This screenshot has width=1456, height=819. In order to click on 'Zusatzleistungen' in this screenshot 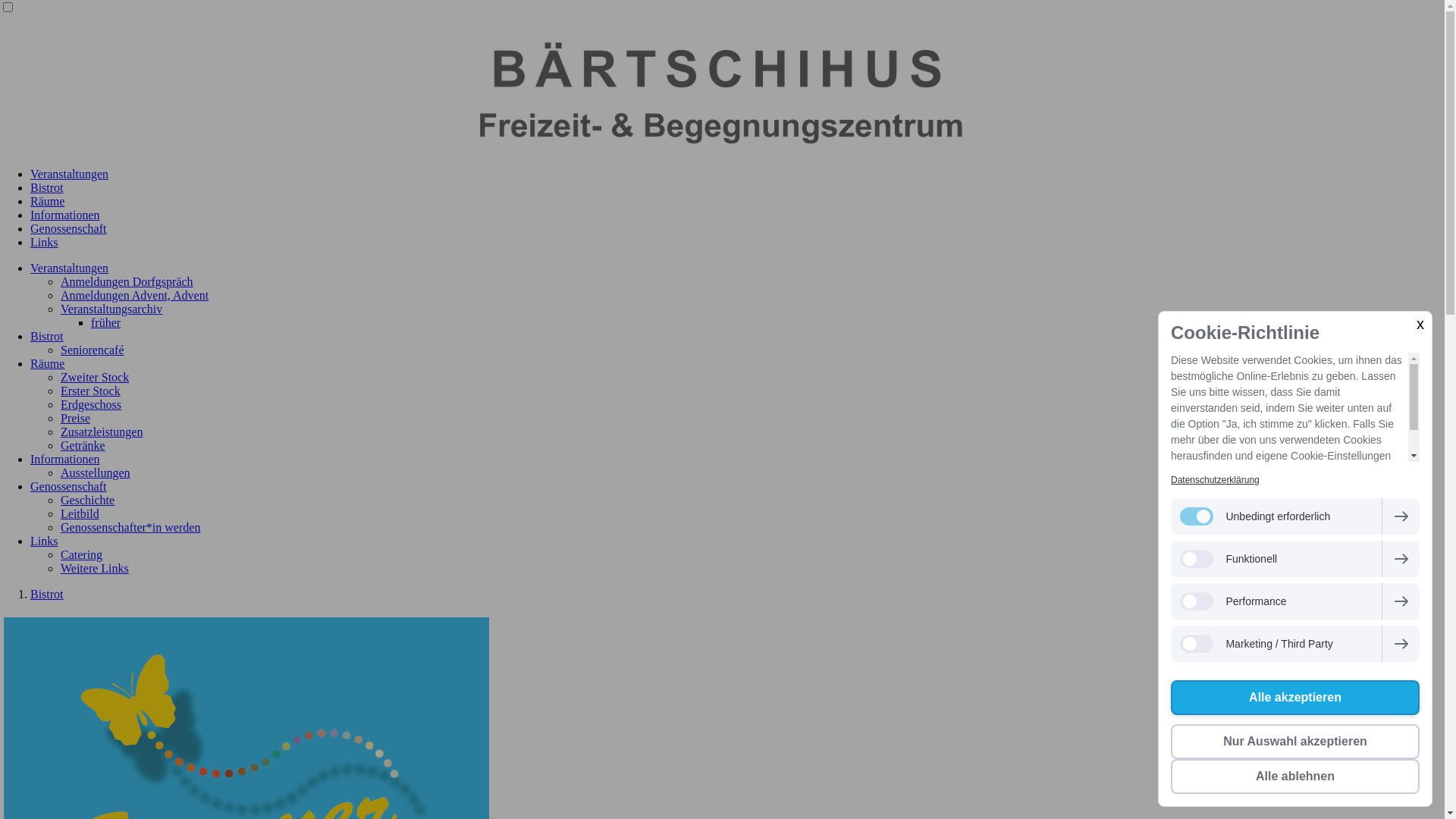, I will do `click(101, 431)`.